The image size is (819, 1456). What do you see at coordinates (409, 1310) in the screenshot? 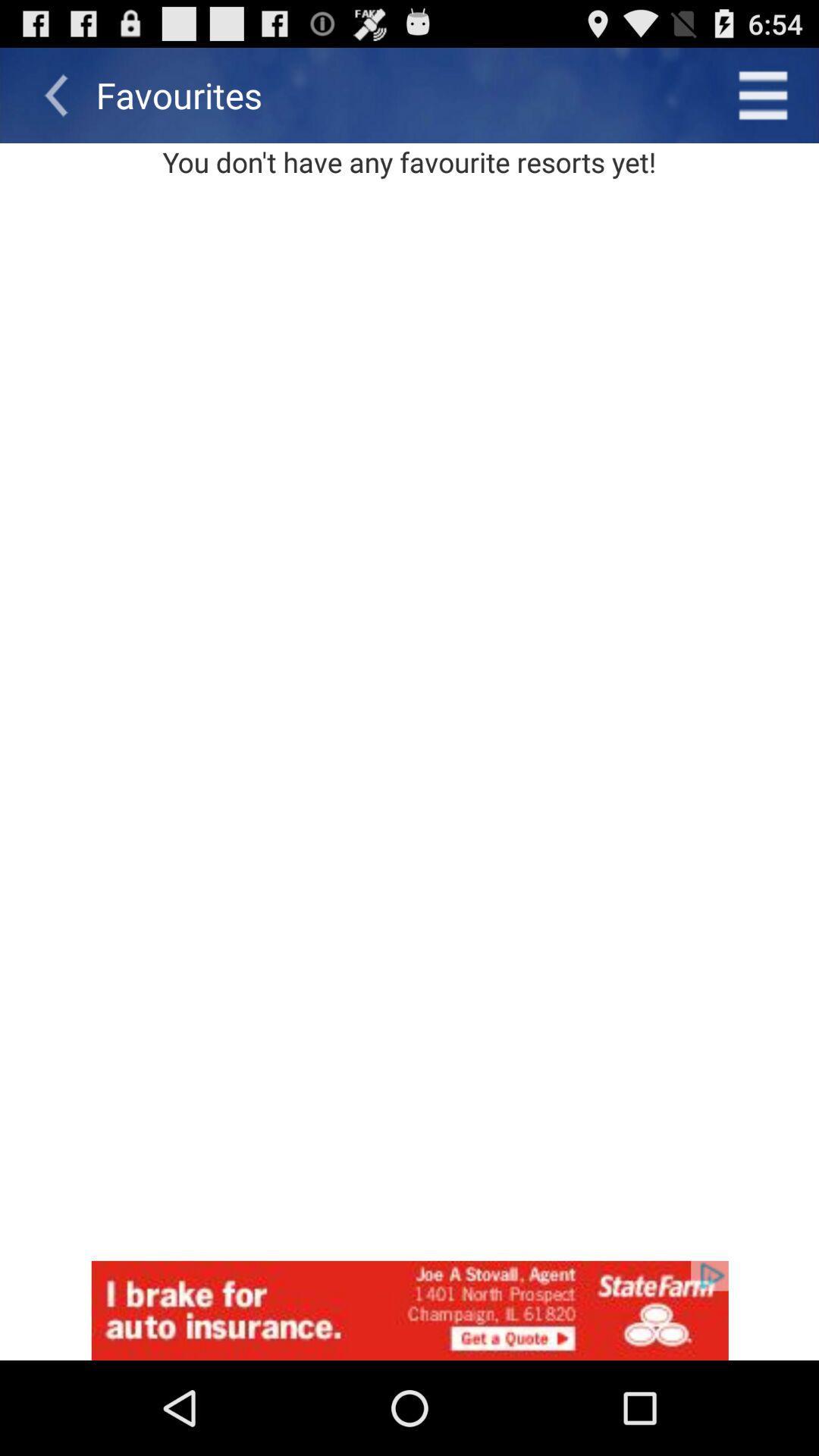
I see `share the article` at bounding box center [409, 1310].